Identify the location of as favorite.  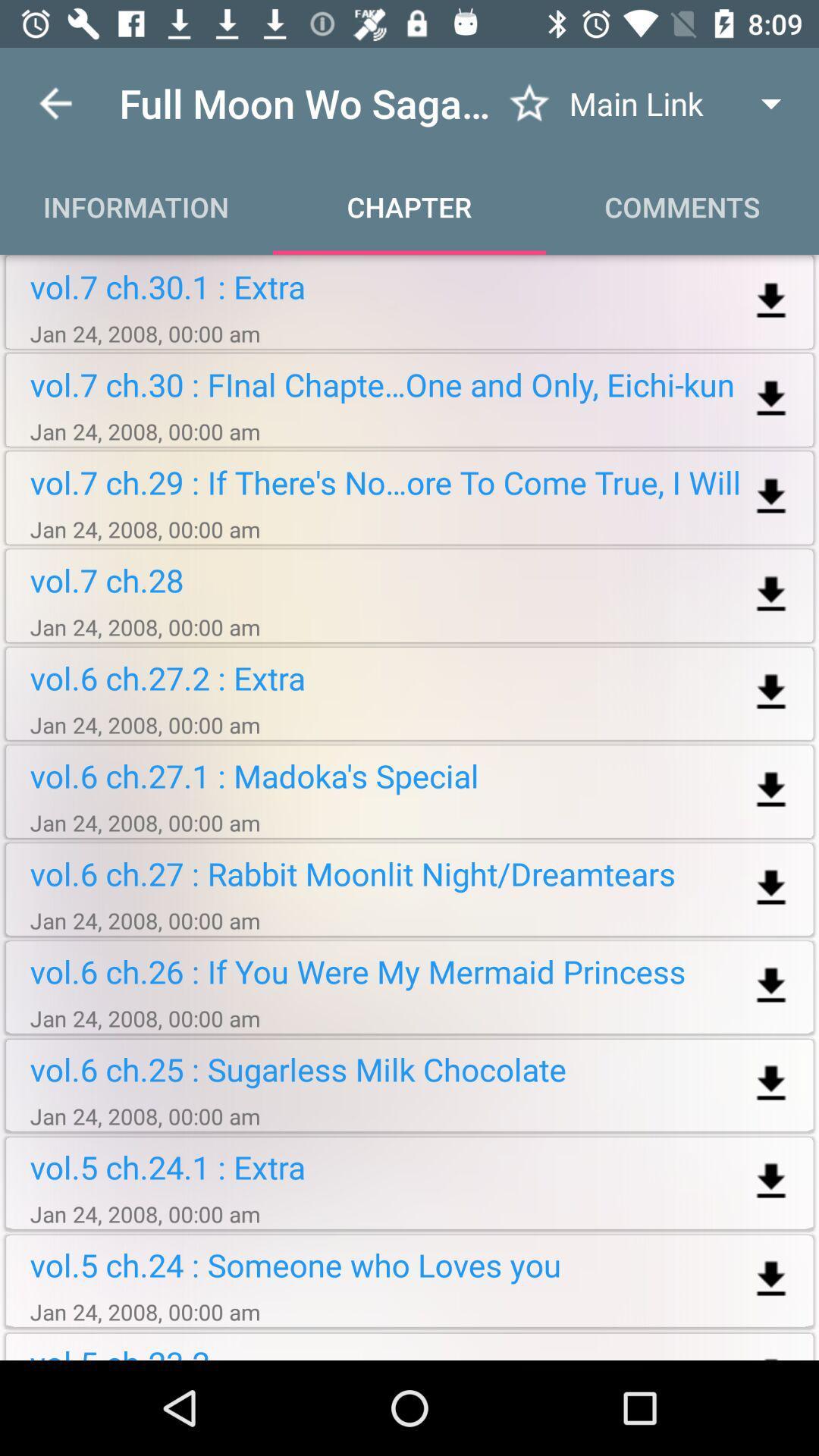
(529, 102).